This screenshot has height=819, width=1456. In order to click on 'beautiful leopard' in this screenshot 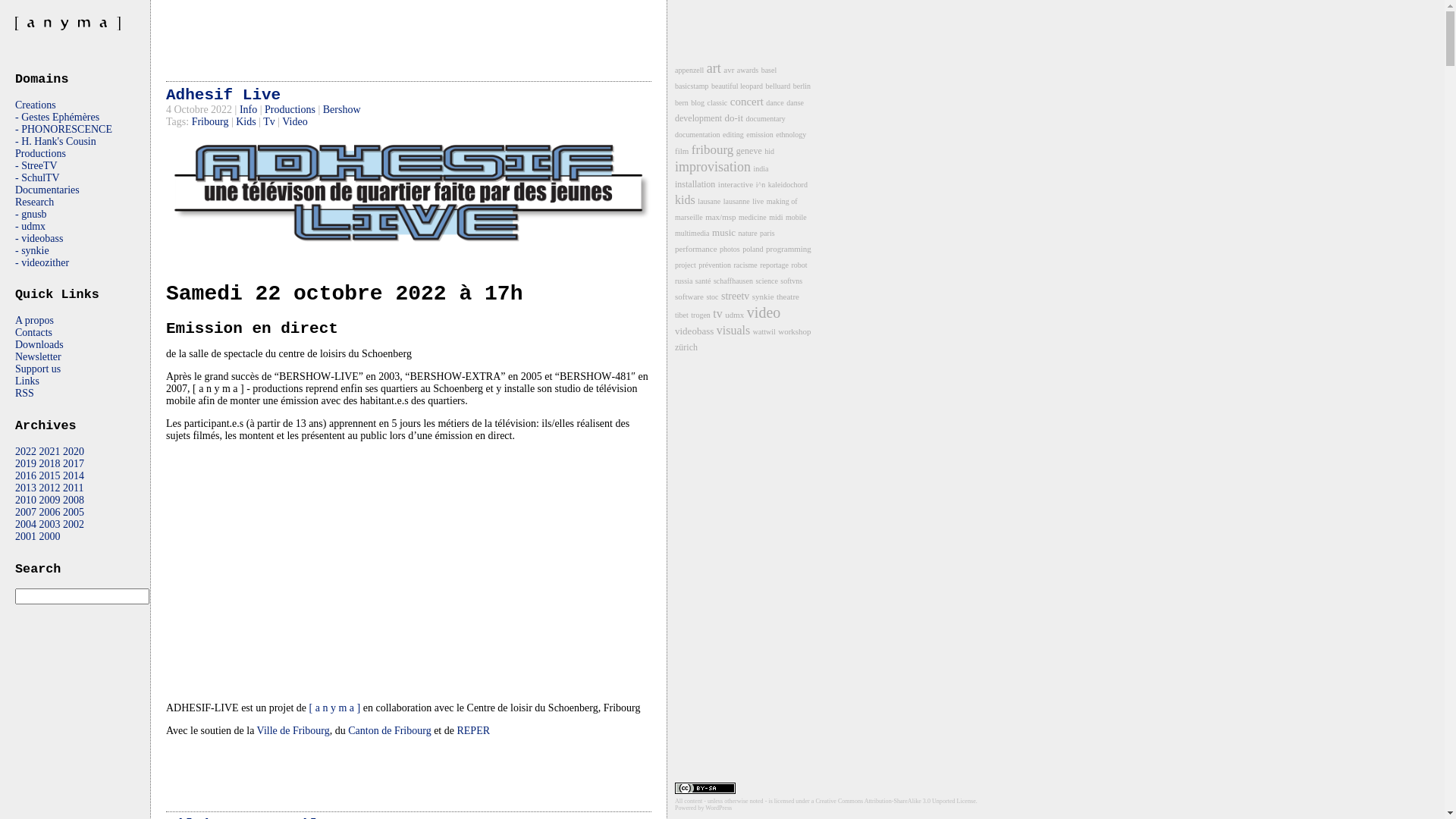, I will do `click(710, 86)`.